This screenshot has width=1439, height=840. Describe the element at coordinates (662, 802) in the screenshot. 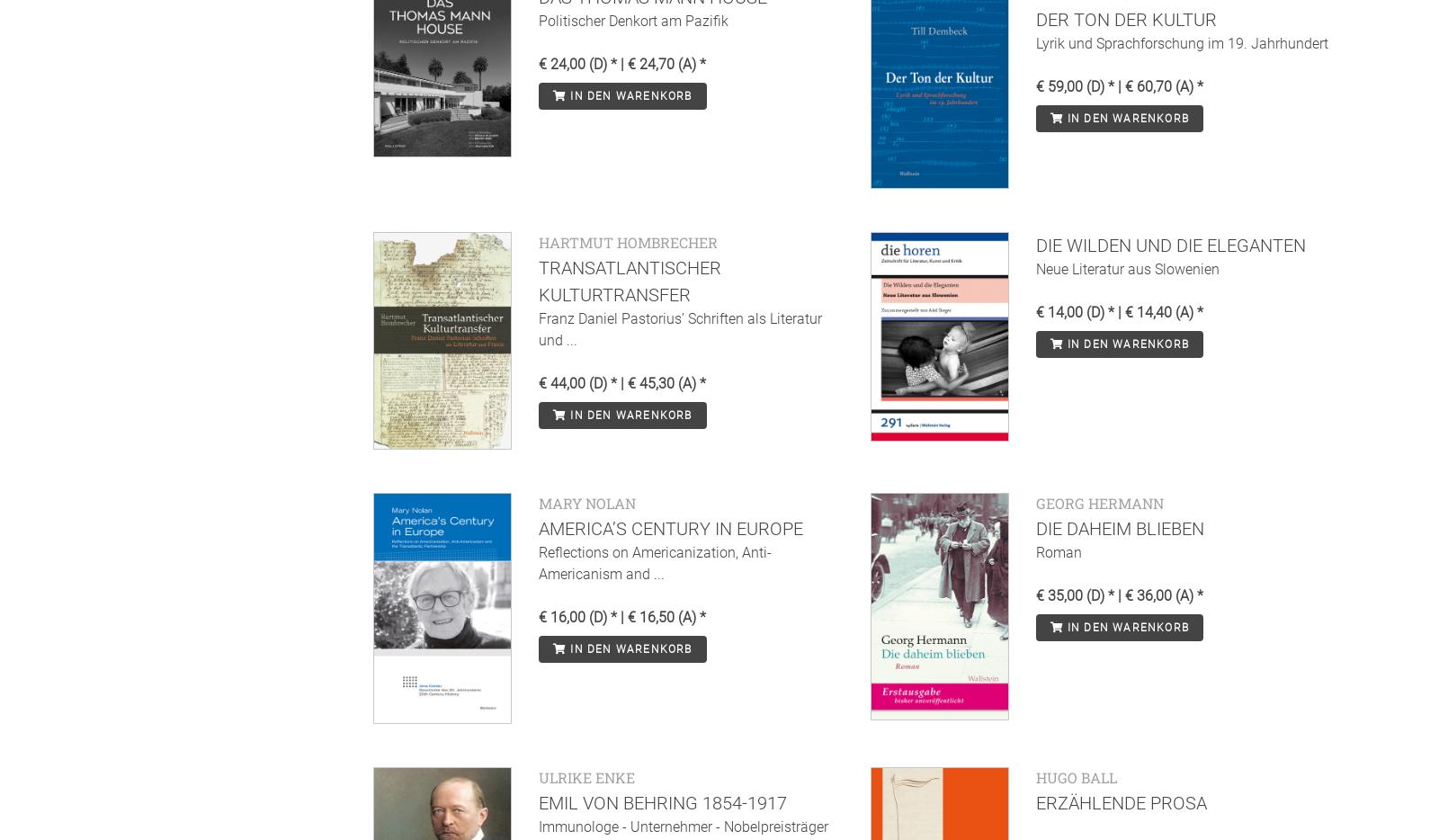

I see `'Emil von Behring 1854-1917'` at that location.